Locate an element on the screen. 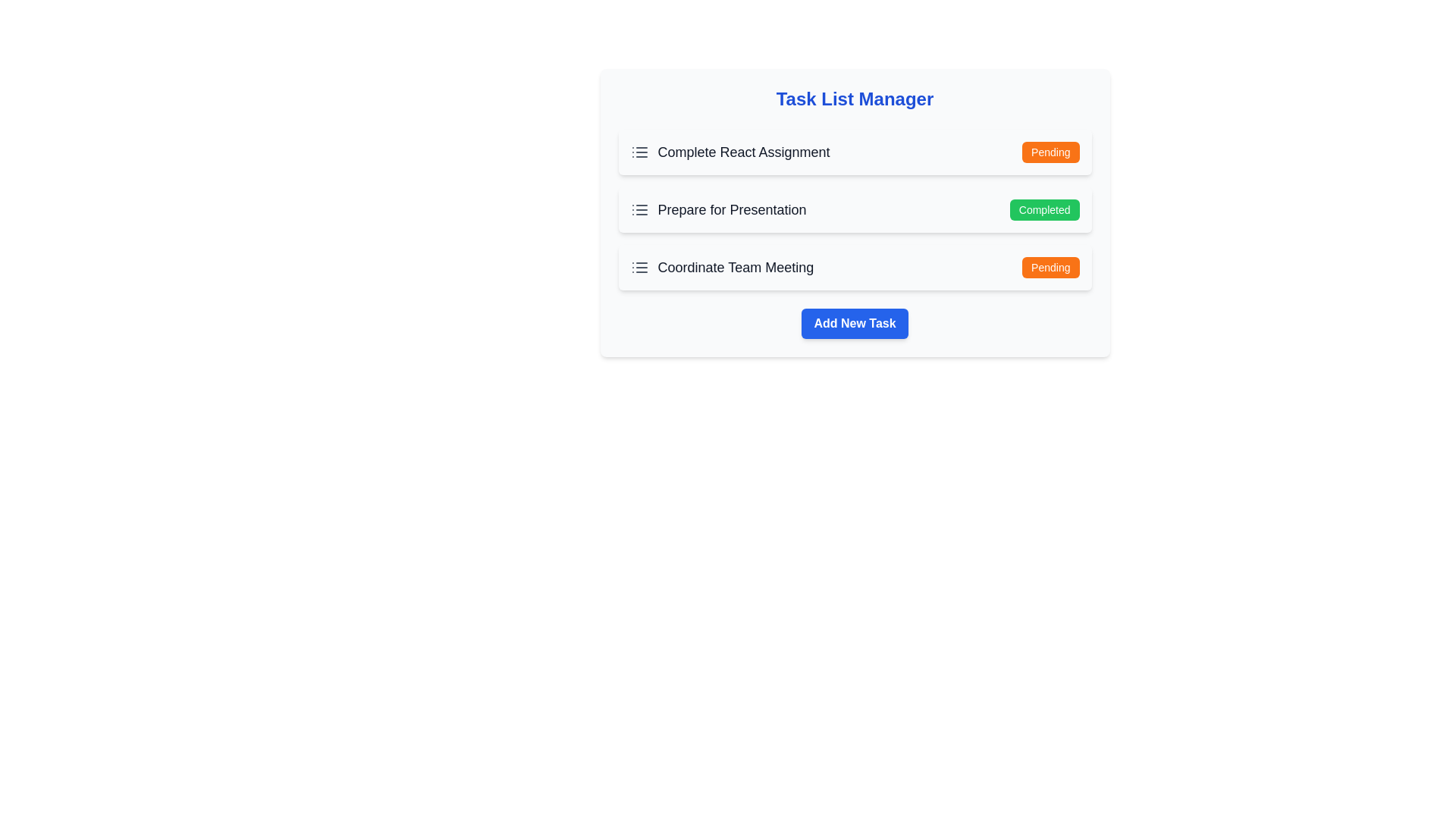  'Add New Task' button to initiate the addition of a new task is located at coordinates (855, 323).